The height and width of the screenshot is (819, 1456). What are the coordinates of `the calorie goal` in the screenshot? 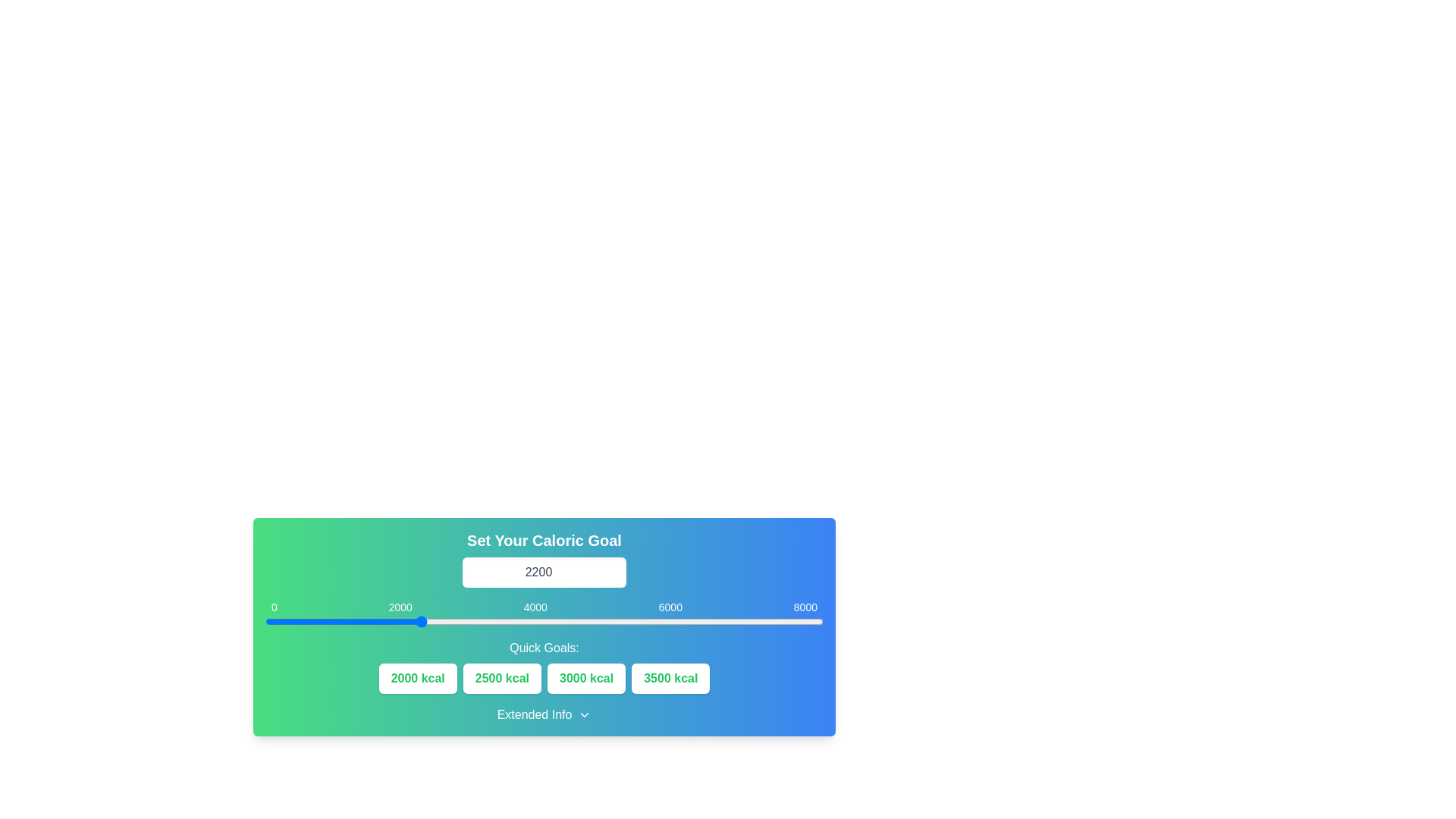 It's located at (308, 622).